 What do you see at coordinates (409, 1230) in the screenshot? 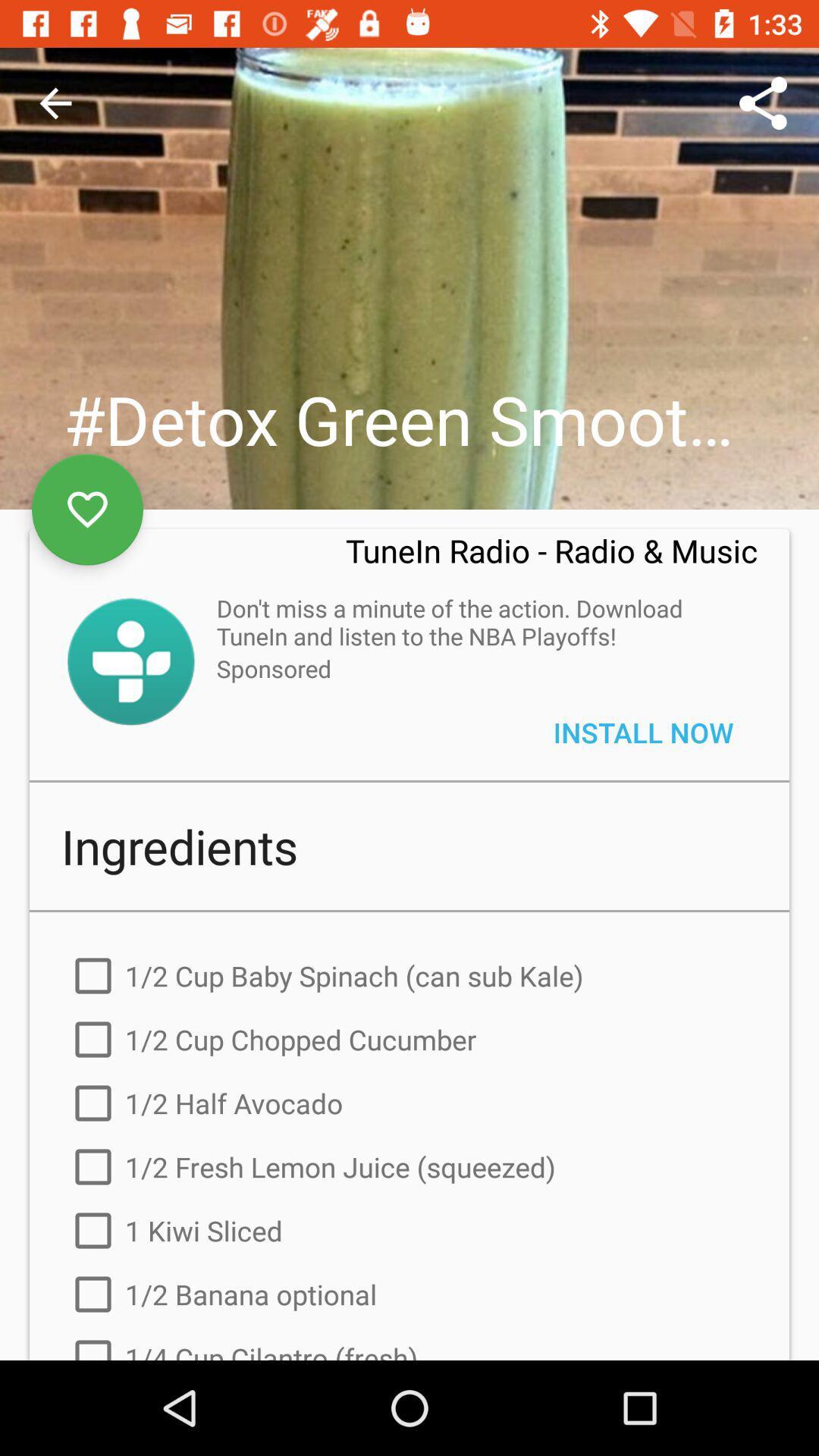
I see `the icon above the 1 2 banana icon` at bounding box center [409, 1230].